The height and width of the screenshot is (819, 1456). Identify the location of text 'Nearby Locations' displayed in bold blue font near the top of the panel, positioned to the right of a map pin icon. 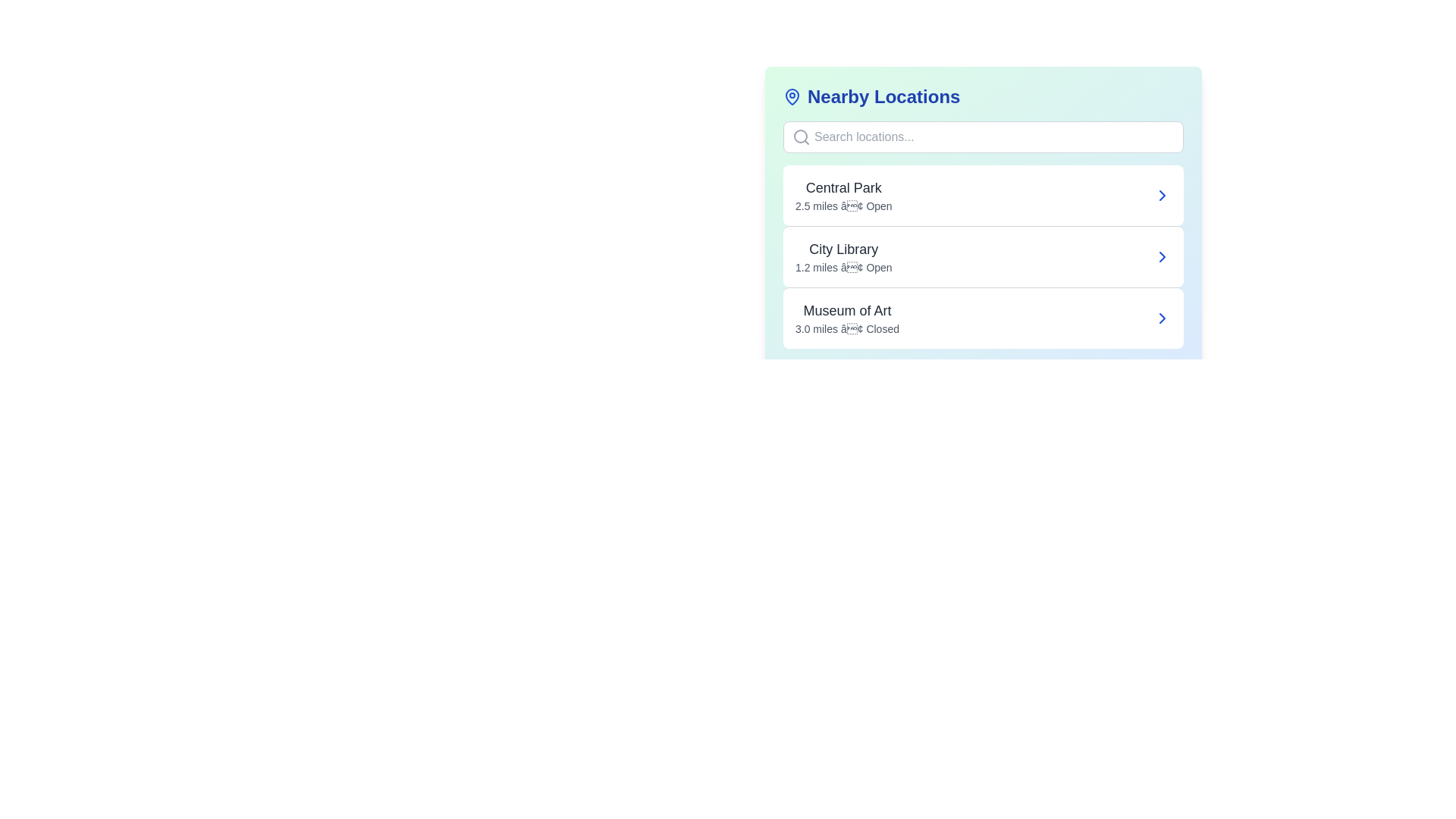
(883, 96).